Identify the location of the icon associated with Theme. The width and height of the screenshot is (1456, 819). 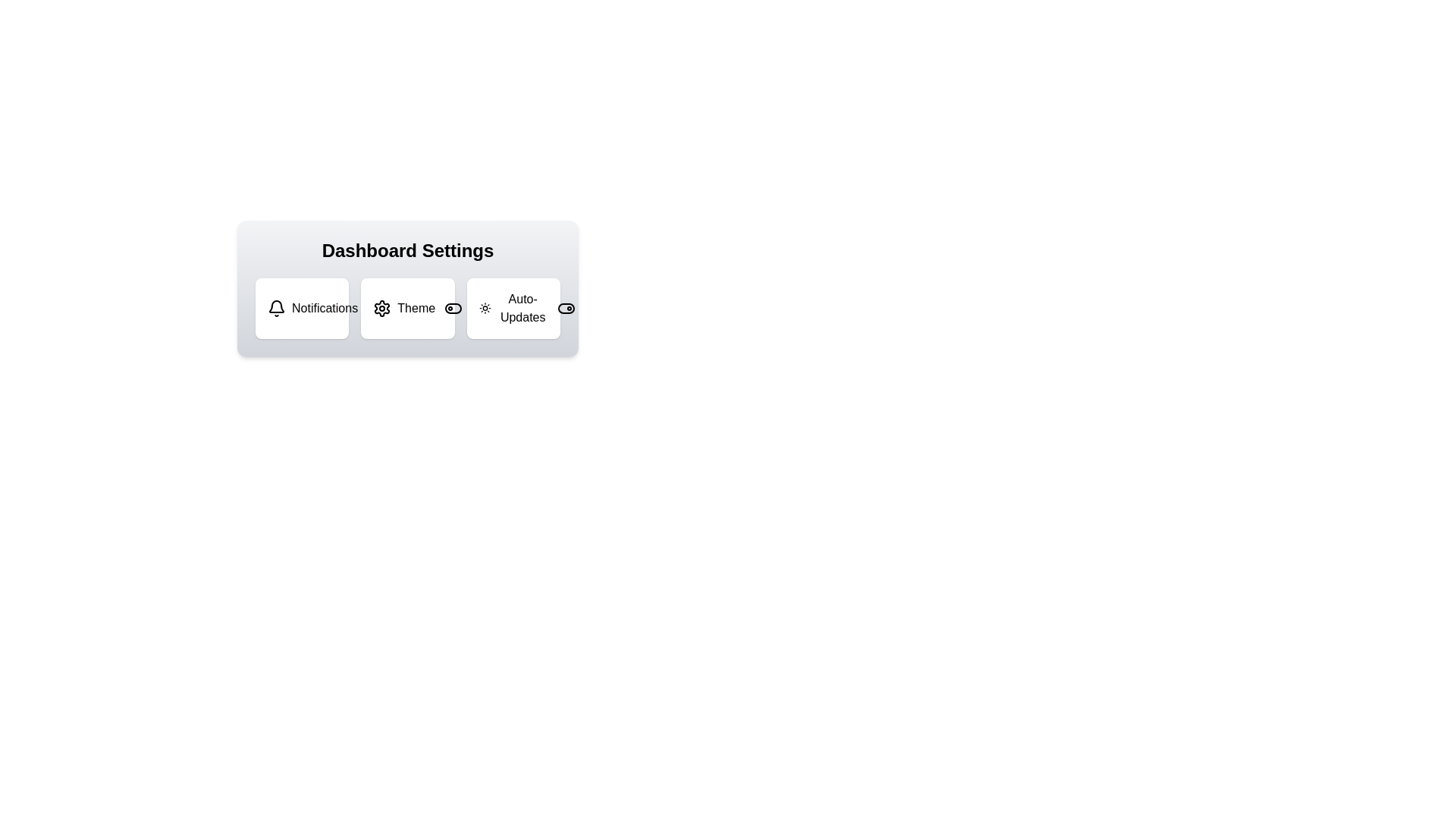
(382, 308).